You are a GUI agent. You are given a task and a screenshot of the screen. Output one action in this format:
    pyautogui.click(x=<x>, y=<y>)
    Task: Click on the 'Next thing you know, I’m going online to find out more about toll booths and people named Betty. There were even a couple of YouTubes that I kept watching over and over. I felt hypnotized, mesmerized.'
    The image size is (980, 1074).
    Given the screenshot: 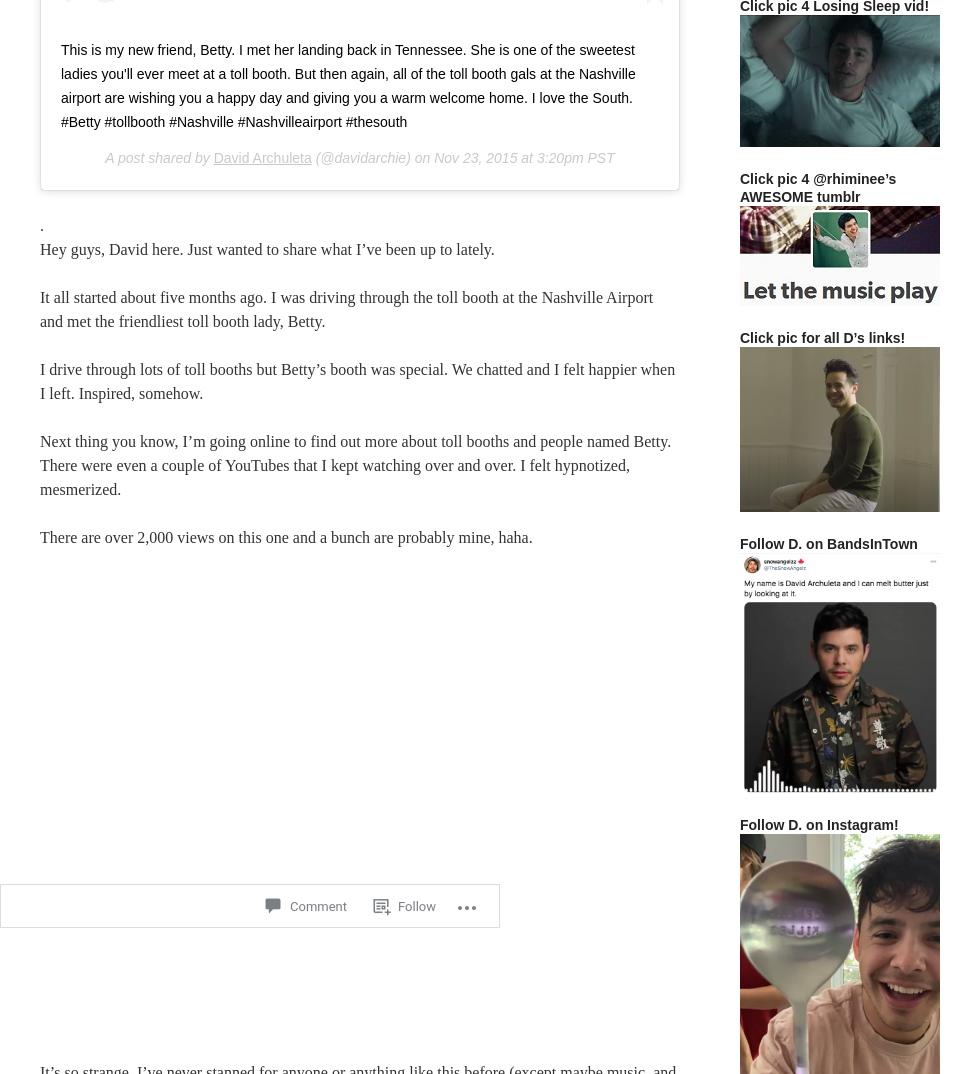 What is the action you would take?
    pyautogui.click(x=39, y=463)
    